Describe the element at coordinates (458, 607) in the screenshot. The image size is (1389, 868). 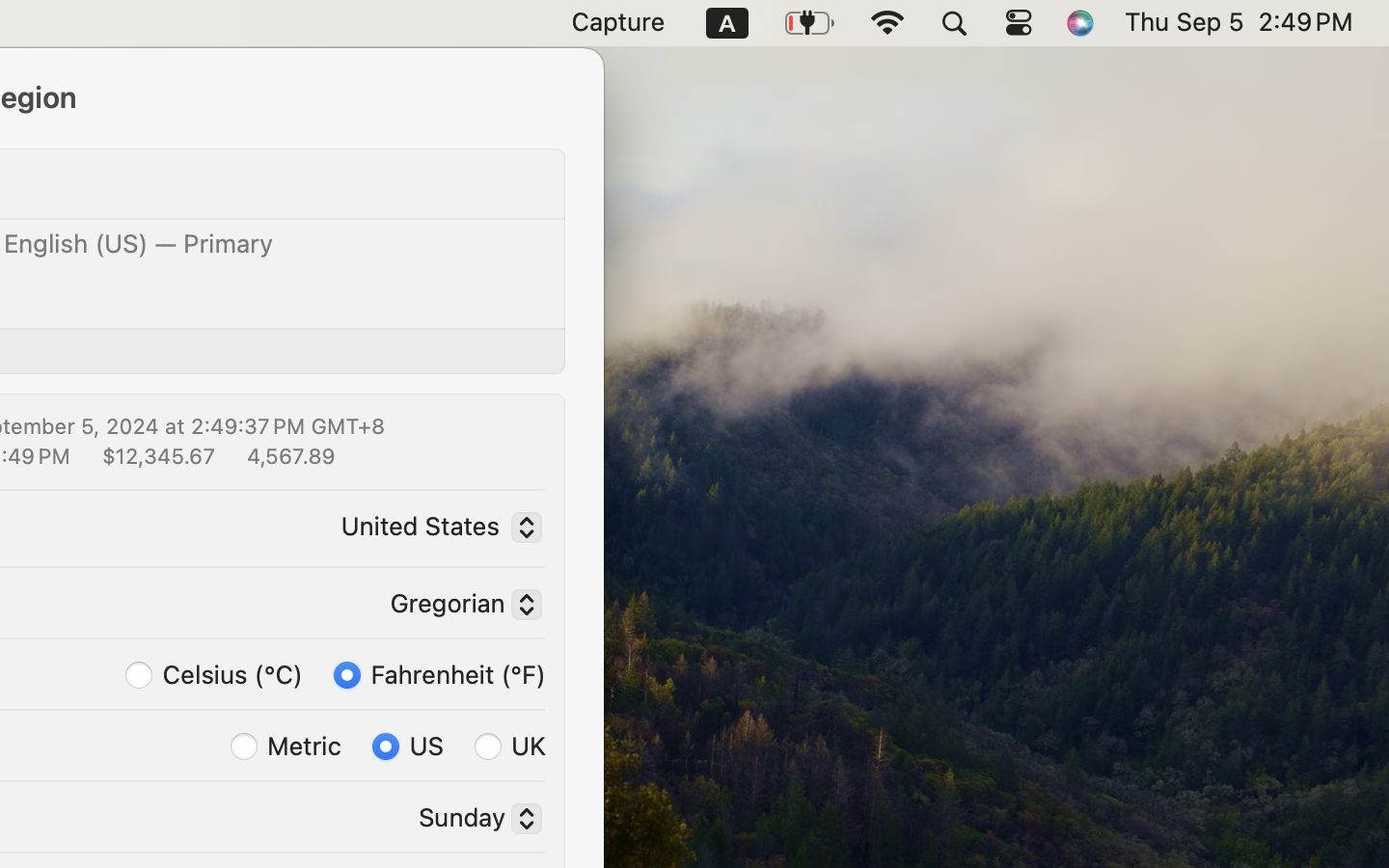
I see `'Gregorian'` at that location.